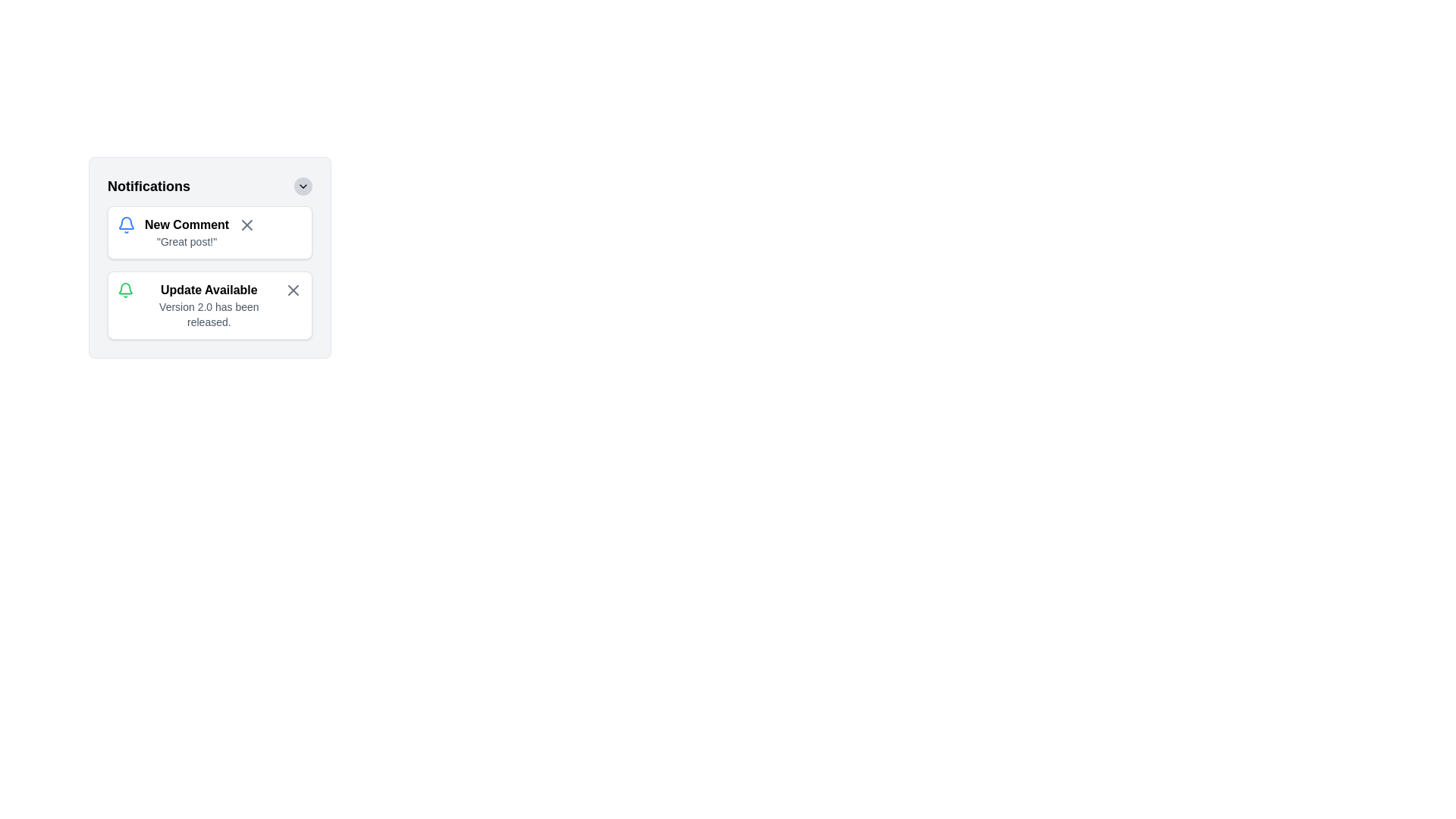 The image size is (1456, 819). I want to click on the title Text Label of the notification section, which is positioned at the upper-left corner of the notification panel, so click(149, 186).